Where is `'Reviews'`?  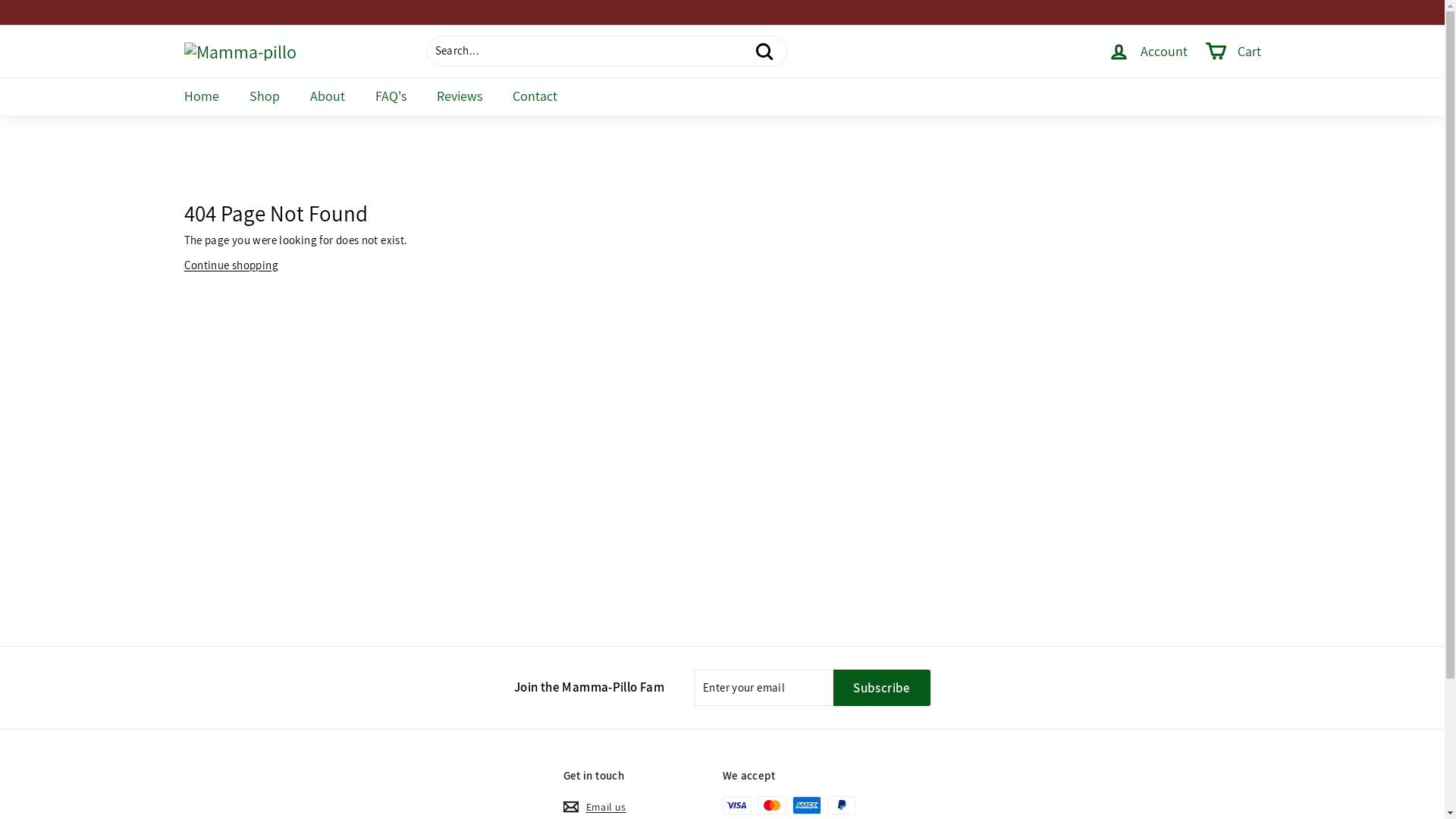 'Reviews' is located at coordinates (458, 96).